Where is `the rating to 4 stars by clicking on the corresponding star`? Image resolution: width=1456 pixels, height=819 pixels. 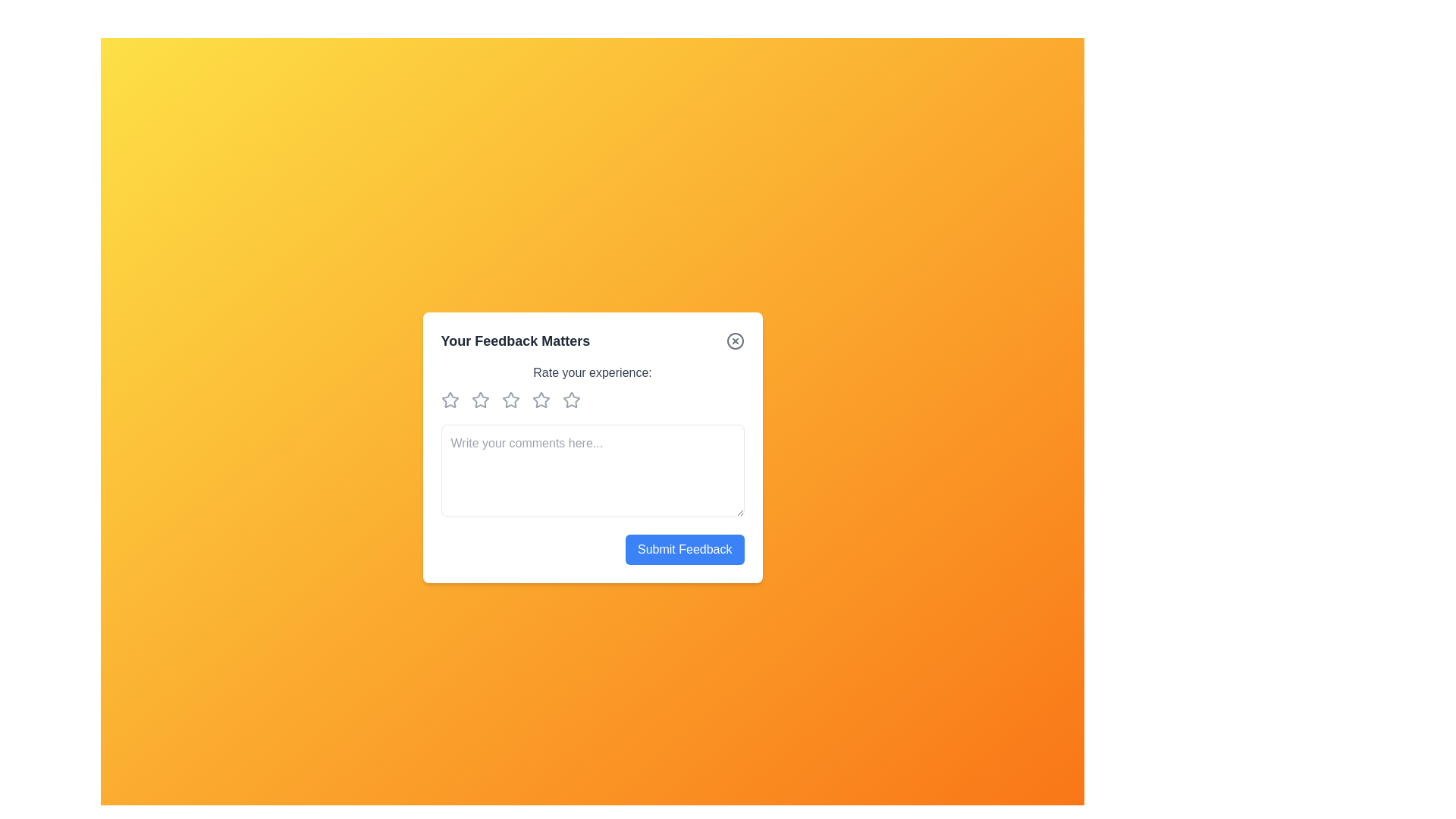 the rating to 4 stars by clicking on the corresponding star is located at coordinates (544, 399).